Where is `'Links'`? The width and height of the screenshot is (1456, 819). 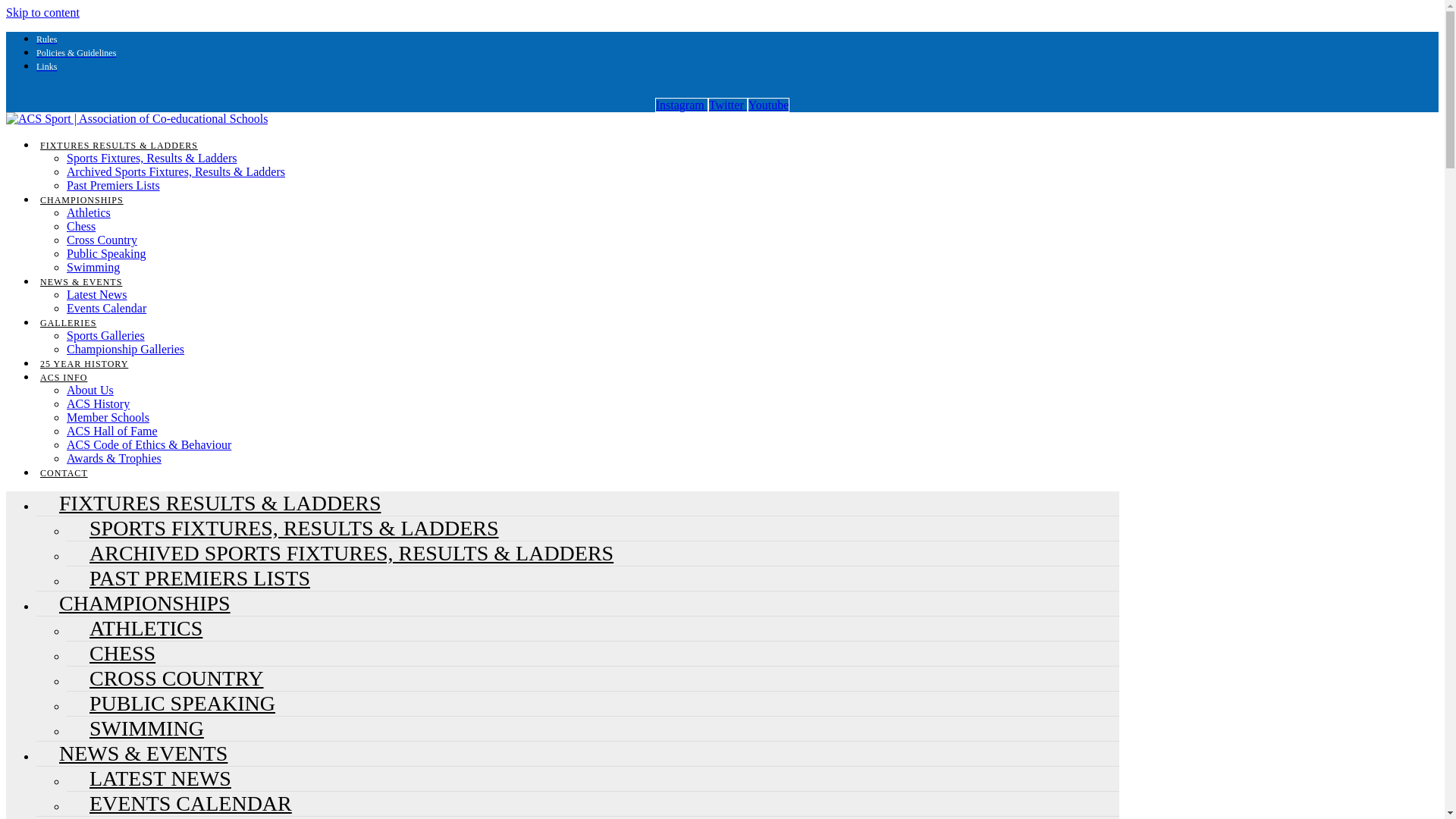
'Links' is located at coordinates (46, 66).